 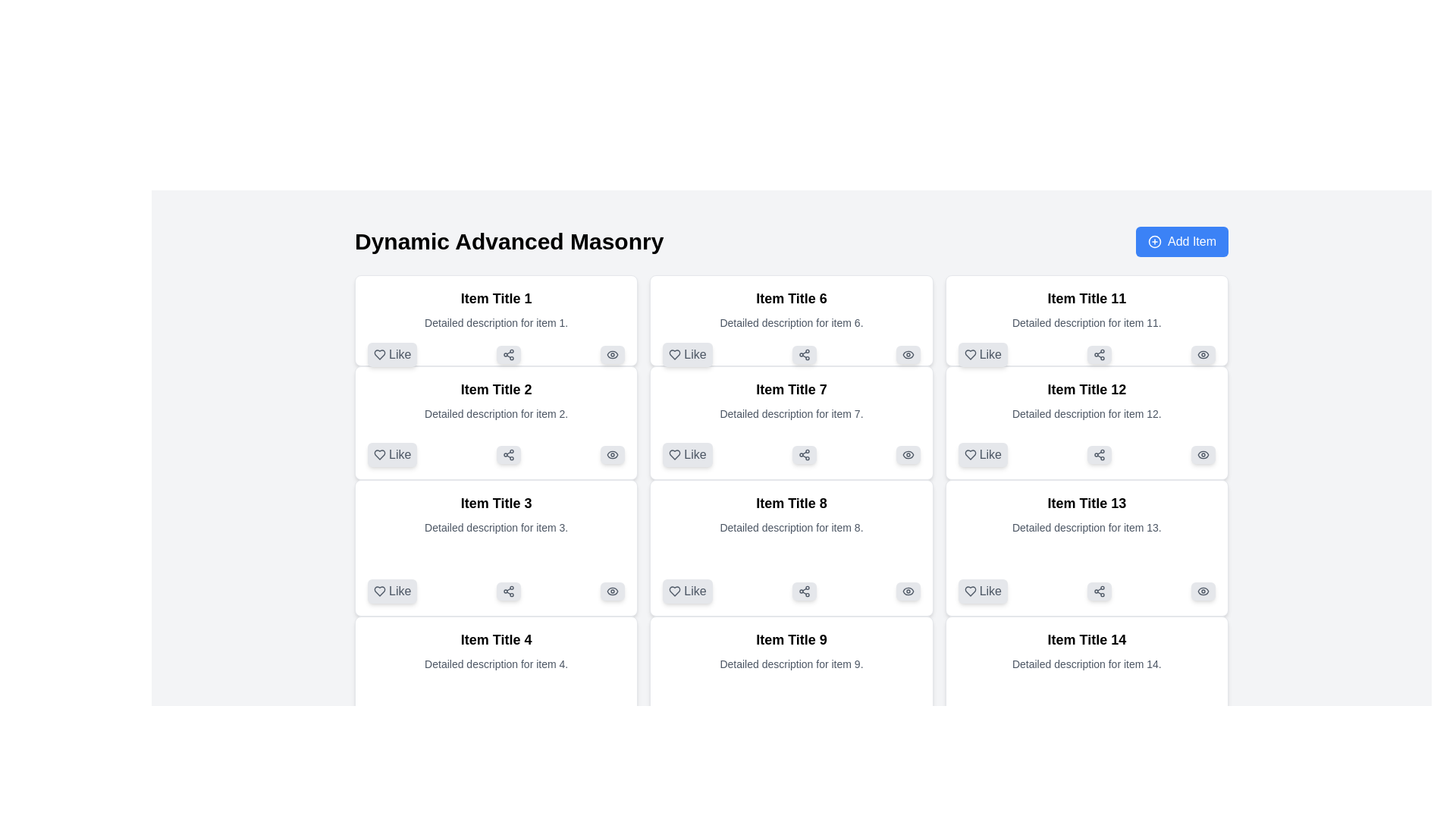 I want to click on the heart-shaped 'like' icon located in the bottom section of the card titled 'Item Title 7', which is the first card in the second row of the grid layout, so click(x=674, y=454).